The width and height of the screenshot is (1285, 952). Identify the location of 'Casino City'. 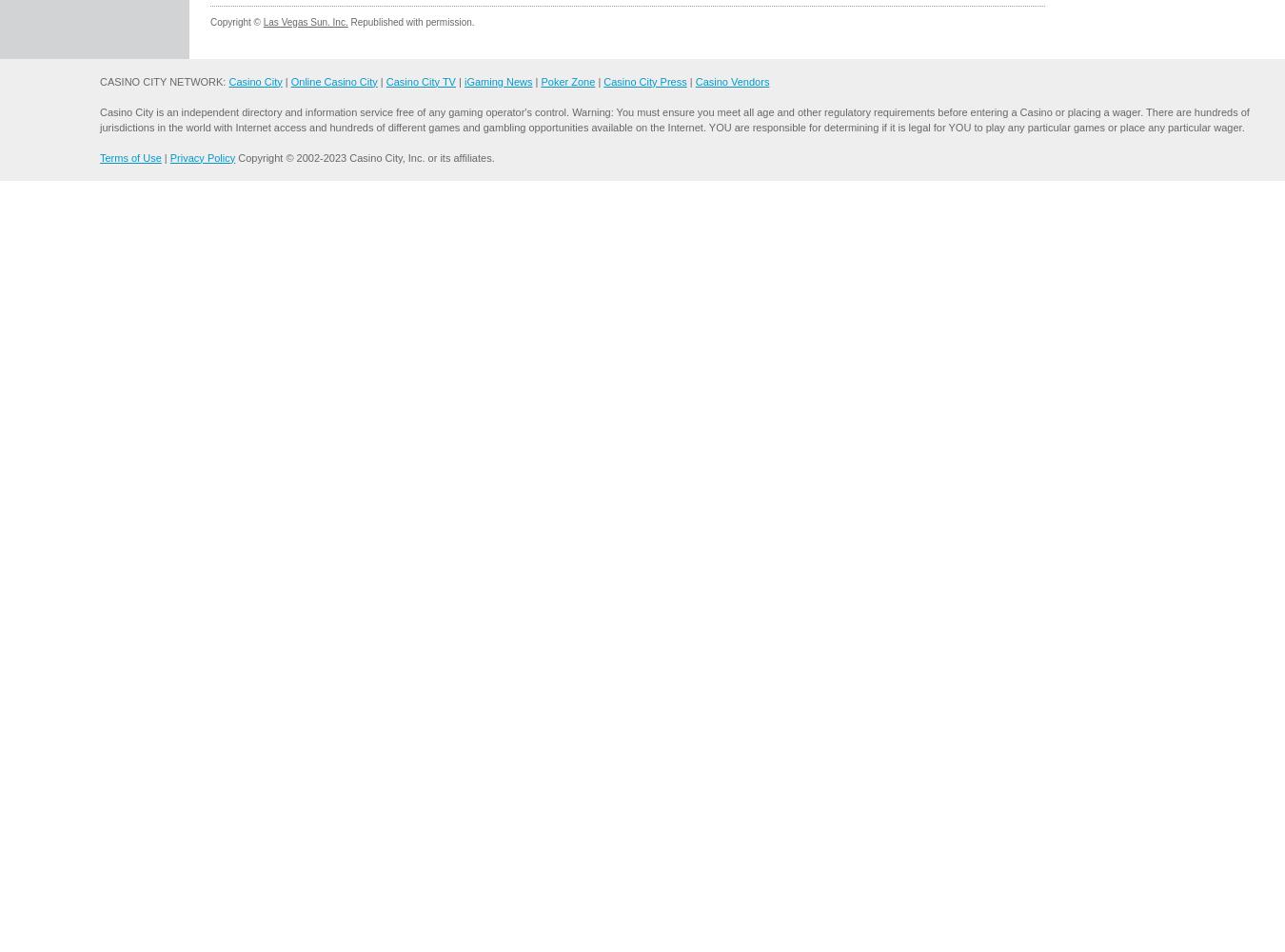
(253, 80).